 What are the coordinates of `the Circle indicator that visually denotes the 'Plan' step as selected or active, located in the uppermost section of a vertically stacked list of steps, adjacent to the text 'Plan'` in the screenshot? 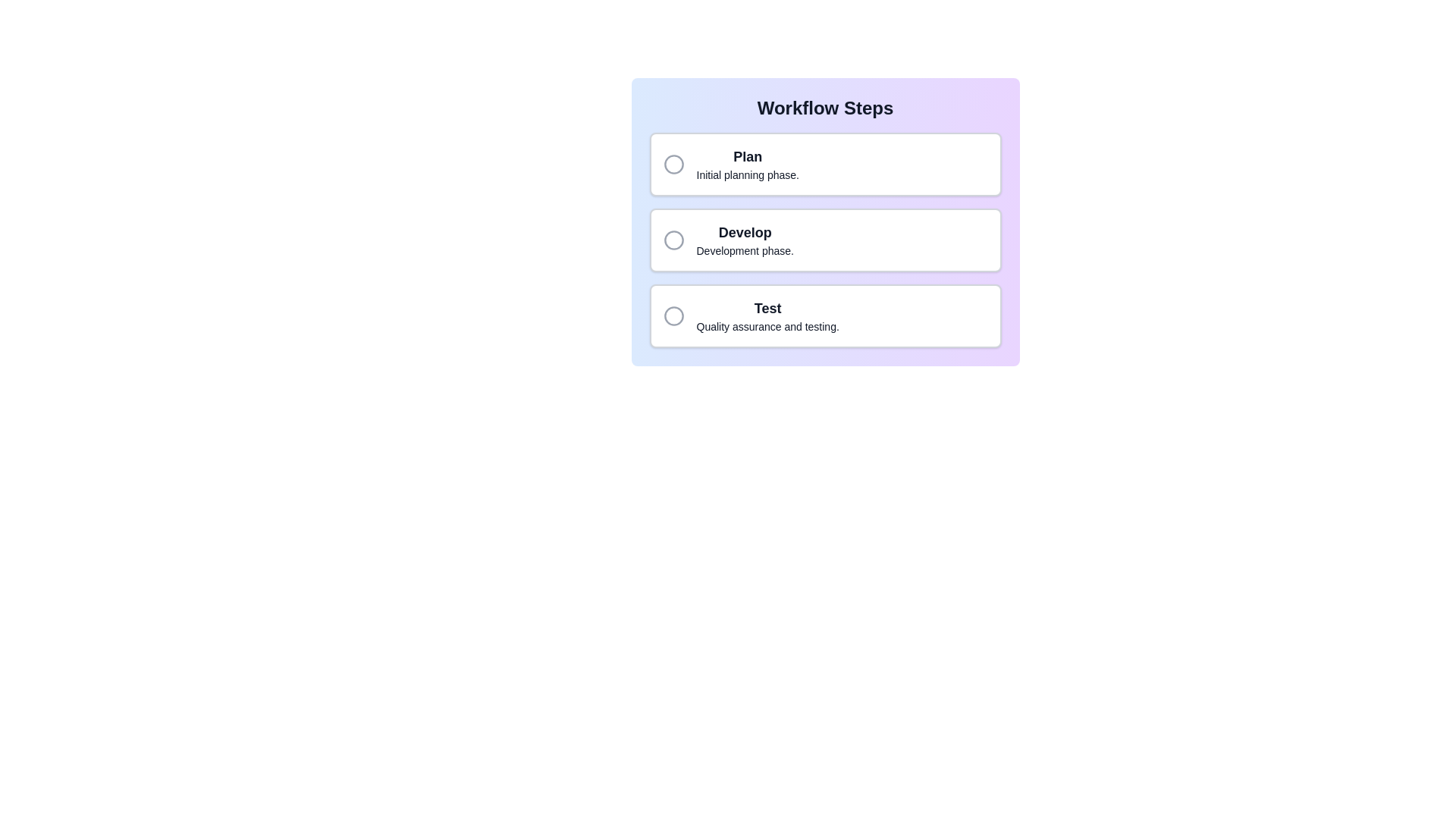 It's located at (673, 164).